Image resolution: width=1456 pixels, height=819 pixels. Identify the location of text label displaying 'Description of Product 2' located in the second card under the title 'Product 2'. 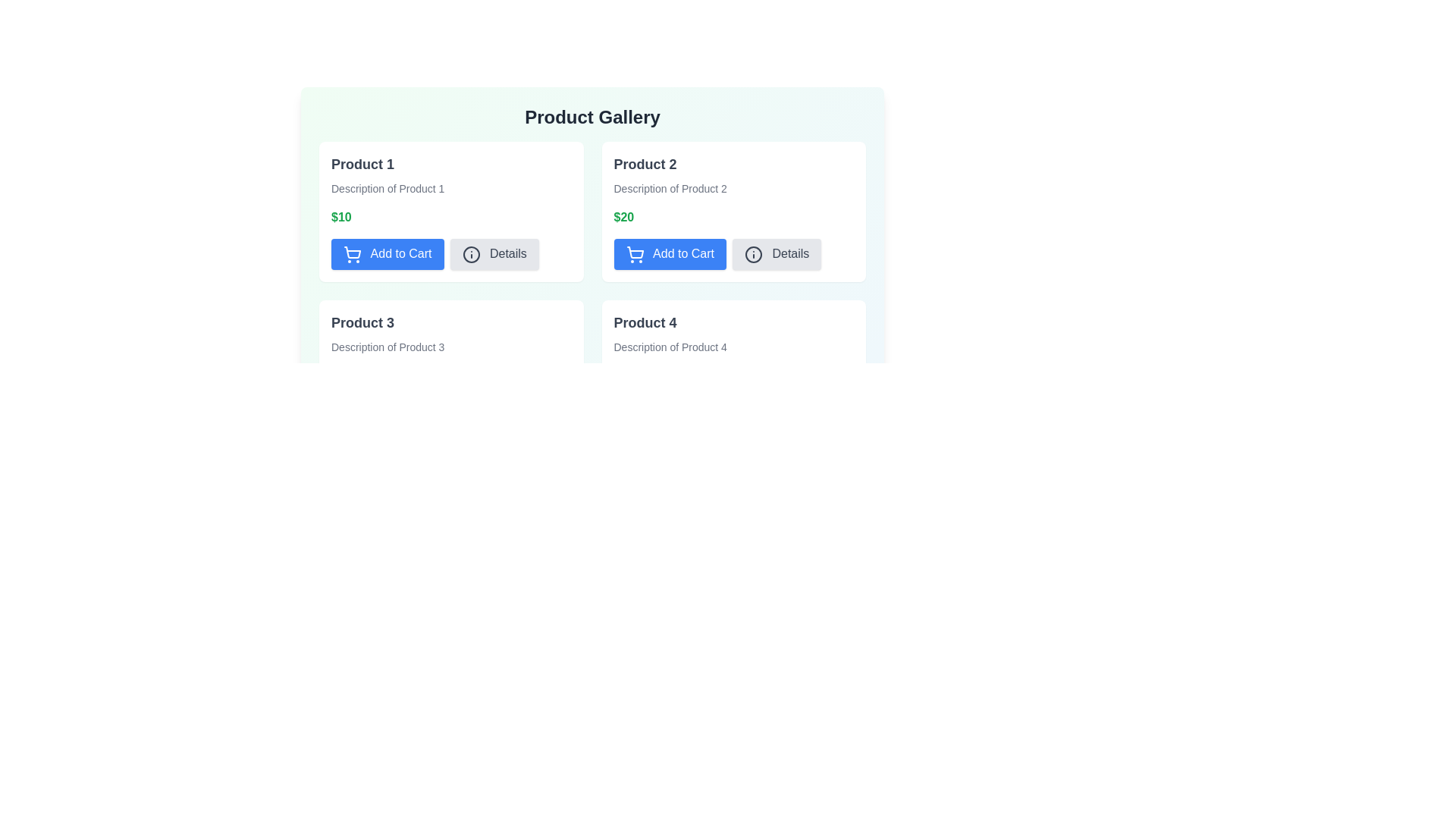
(670, 188).